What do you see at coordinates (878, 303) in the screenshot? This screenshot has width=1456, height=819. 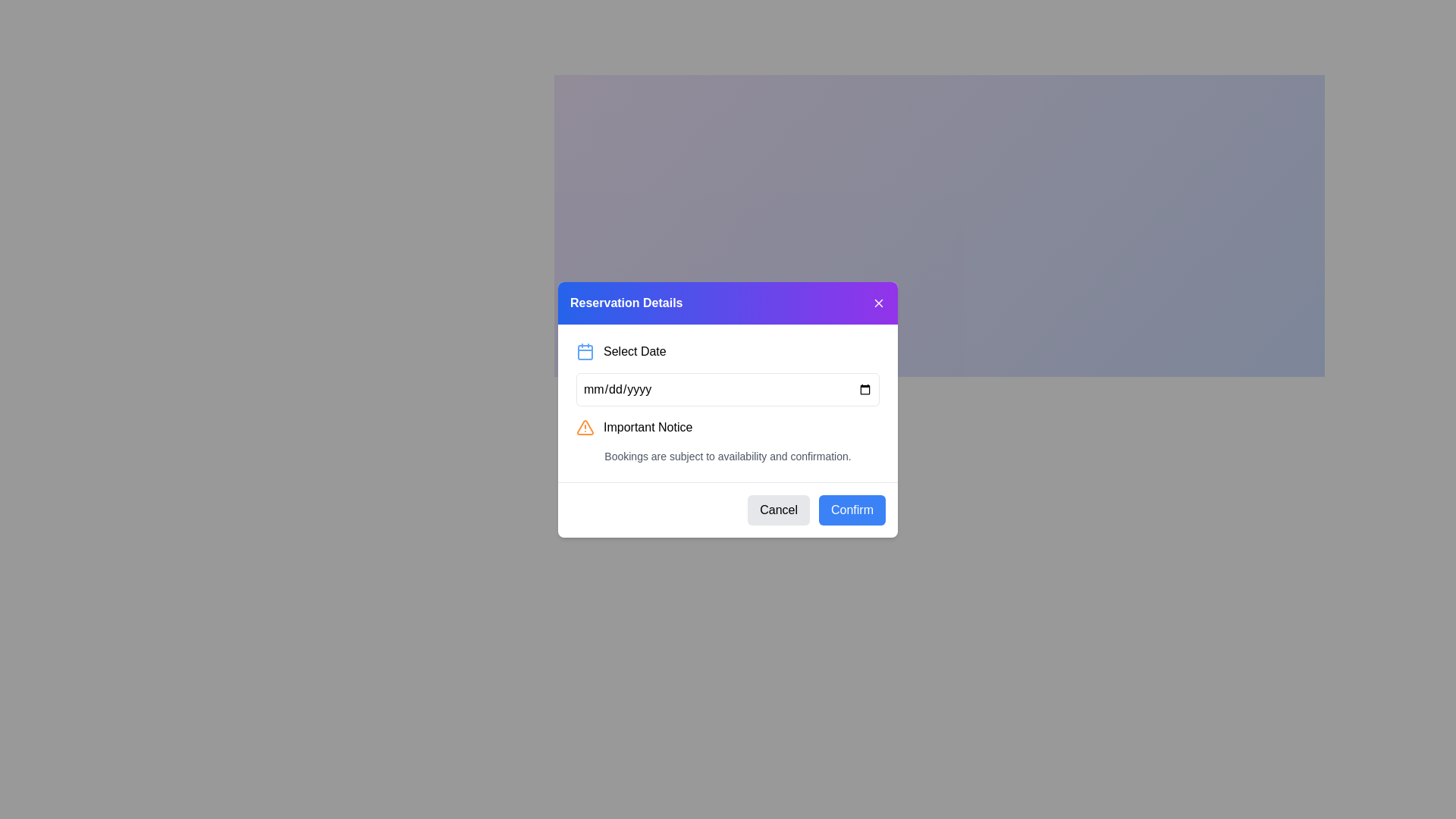 I see `the 'X' close icon located in the top-right corner of the 'Reservation Details' dialog box for keyboard interaction` at bounding box center [878, 303].